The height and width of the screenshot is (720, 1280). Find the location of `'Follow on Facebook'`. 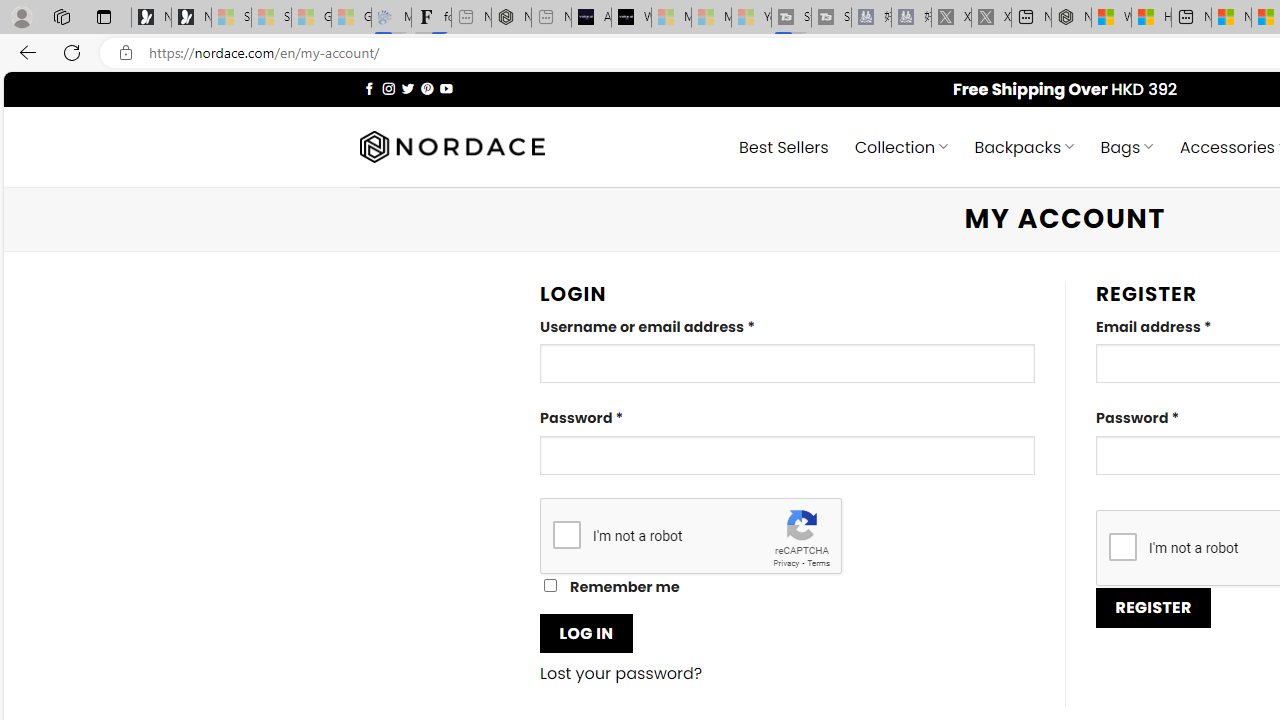

'Follow on Facebook' is located at coordinates (369, 87).